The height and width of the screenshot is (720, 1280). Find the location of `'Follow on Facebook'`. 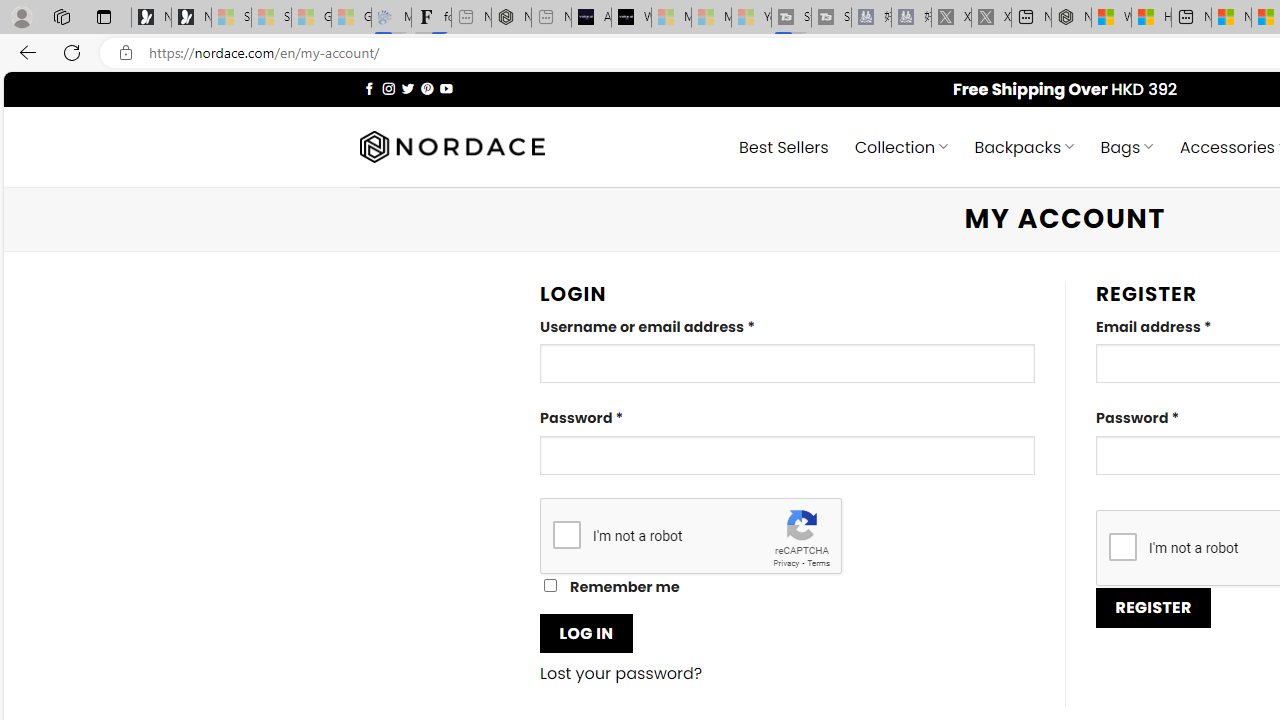

'Follow on Facebook' is located at coordinates (369, 87).